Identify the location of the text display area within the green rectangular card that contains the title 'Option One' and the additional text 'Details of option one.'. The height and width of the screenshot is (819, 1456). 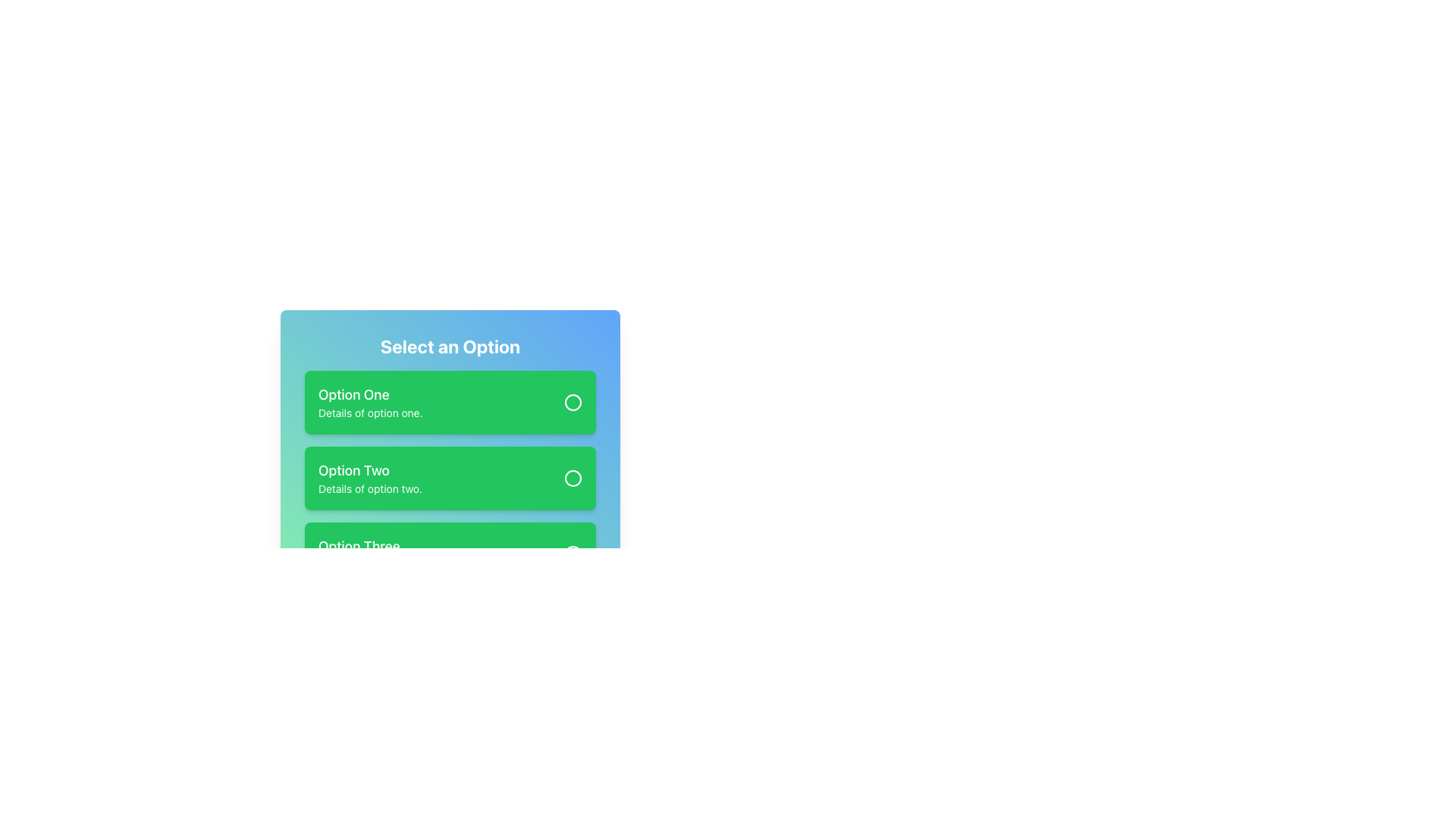
(370, 402).